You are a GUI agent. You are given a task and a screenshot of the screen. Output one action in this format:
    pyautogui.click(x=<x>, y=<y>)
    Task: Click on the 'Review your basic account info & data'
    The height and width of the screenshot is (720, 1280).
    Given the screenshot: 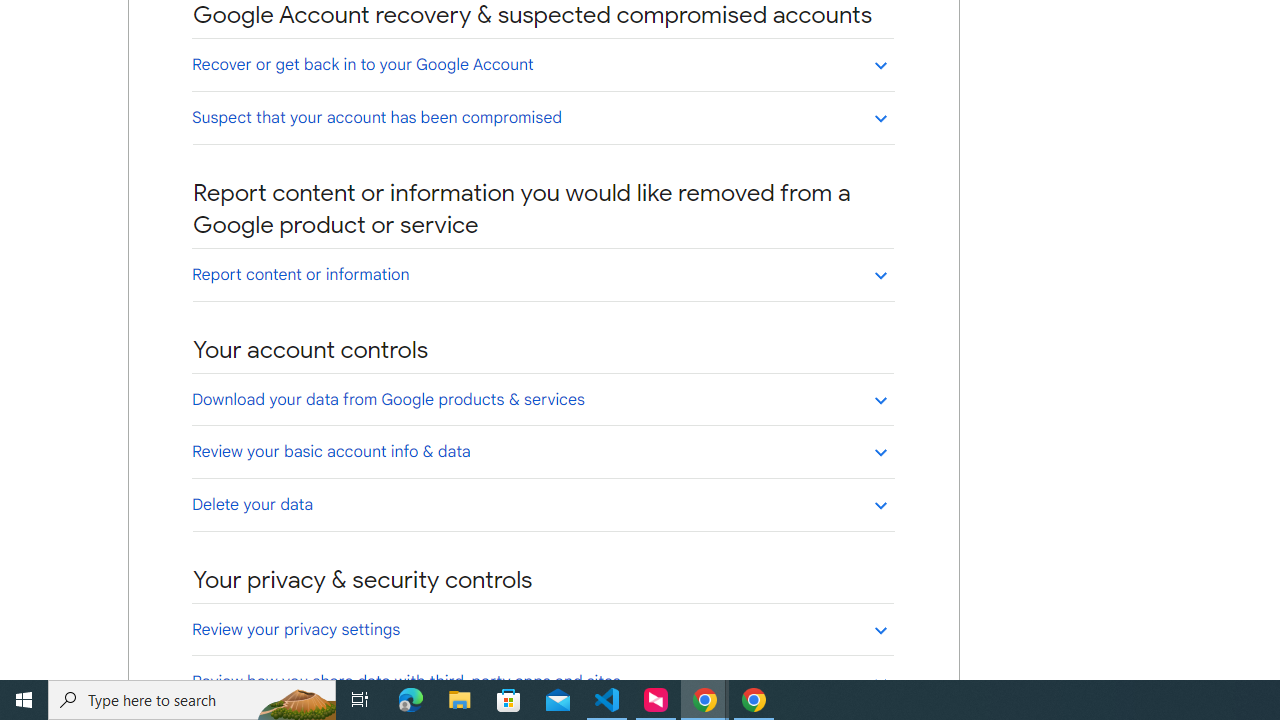 What is the action you would take?
    pyautogui.click(x=542, y=451)
    